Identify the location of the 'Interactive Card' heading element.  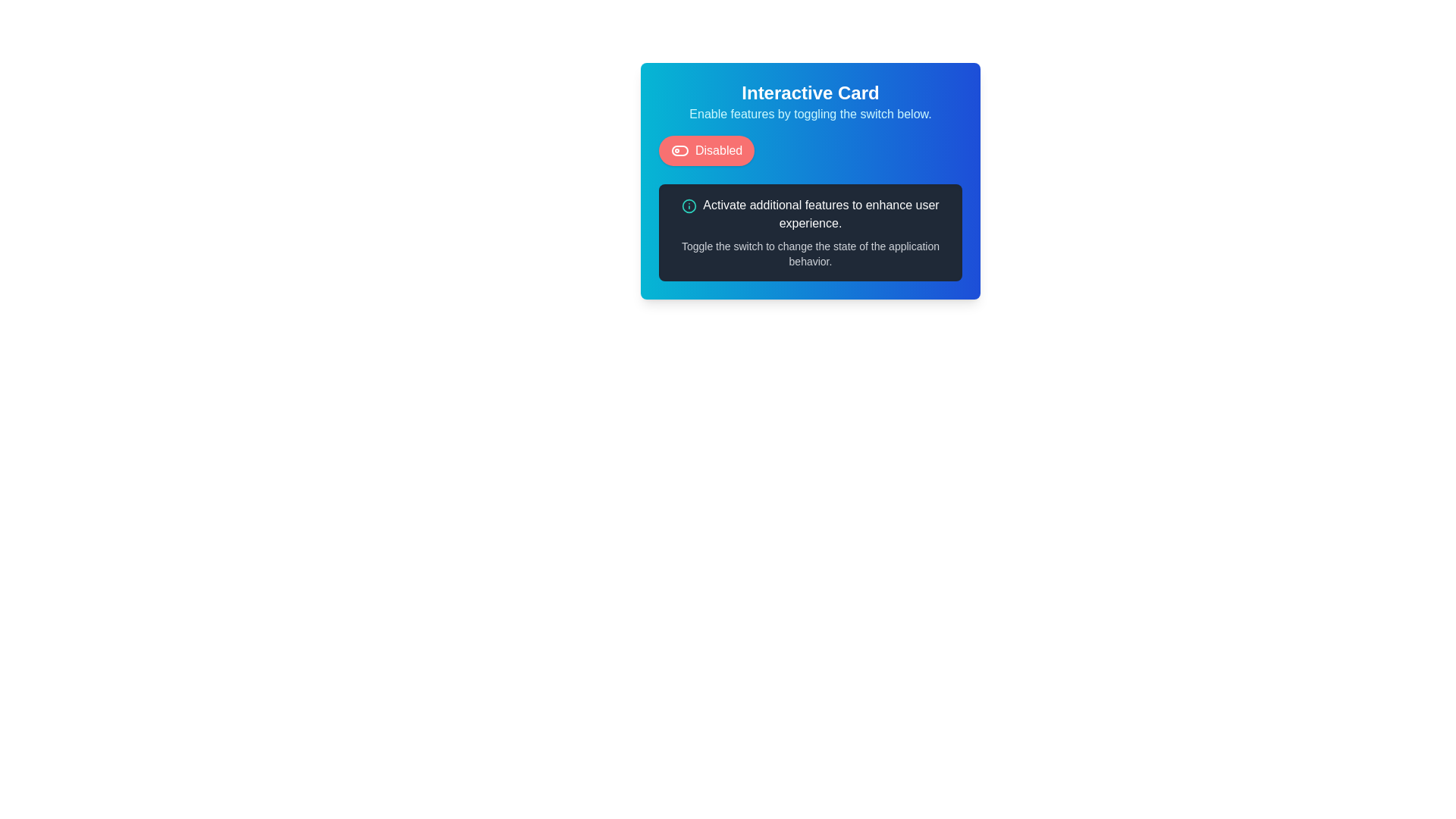
(810, 93).